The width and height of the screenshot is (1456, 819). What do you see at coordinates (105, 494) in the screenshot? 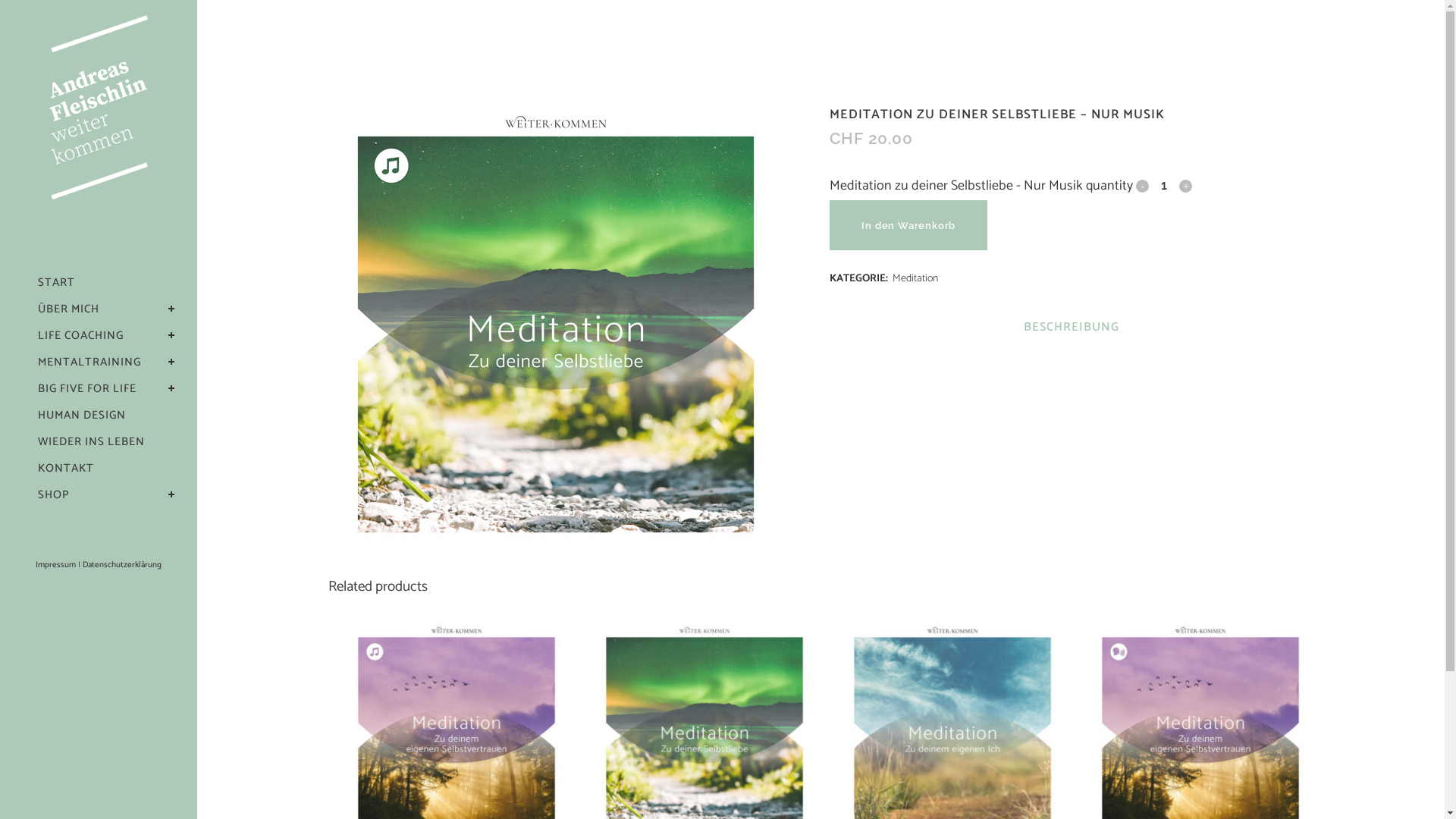
I see `'SHOP'` at bounding box center [105, 494].